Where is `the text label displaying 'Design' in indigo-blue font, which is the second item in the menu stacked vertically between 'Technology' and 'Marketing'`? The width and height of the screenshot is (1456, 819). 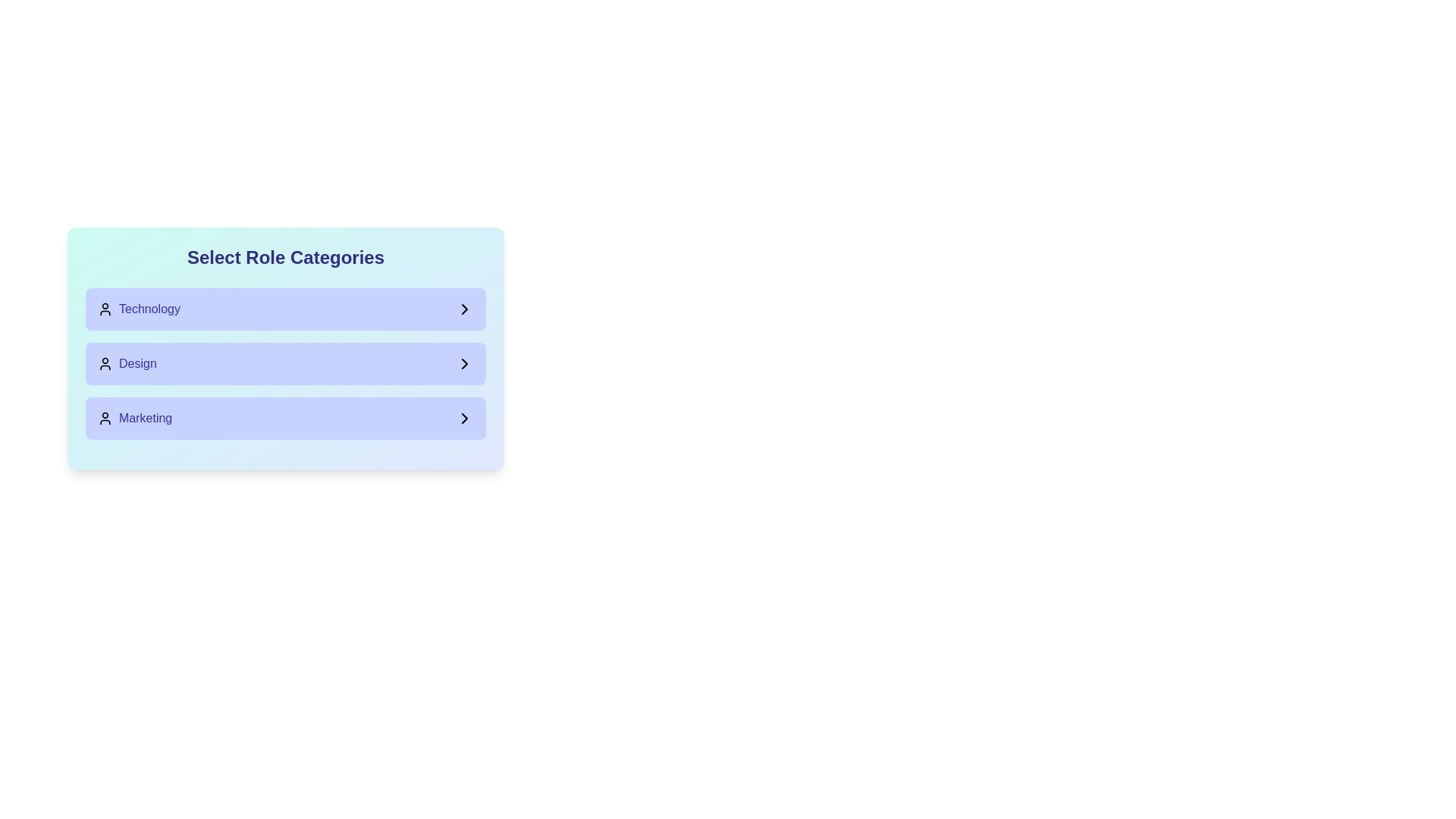 the text label displaying 'Design' in indigo-blue font, which is the second item in the menu stacked vertically between 'Technology' and 'Marketing' is located at coordinates (137, 363).